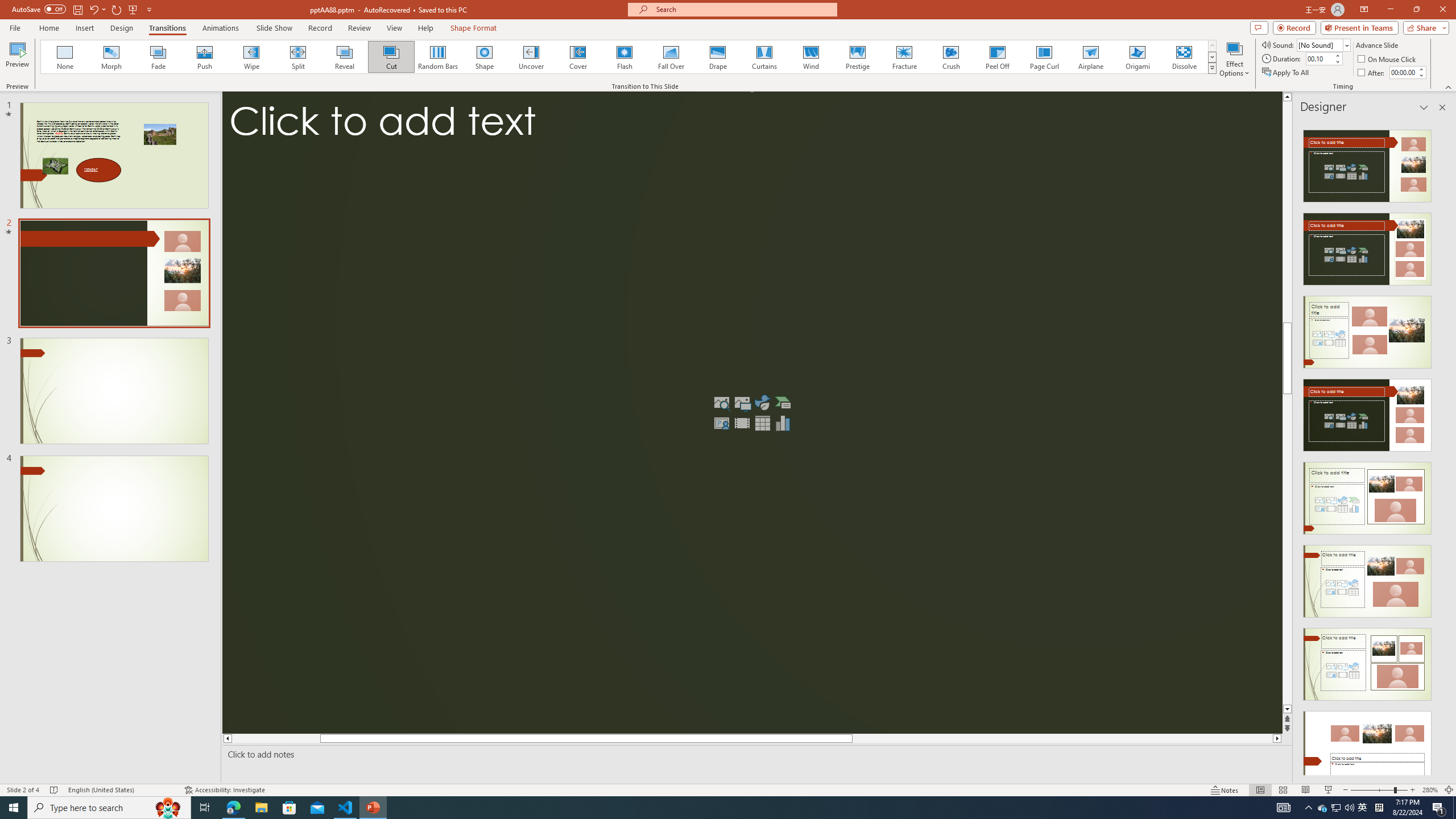 This screenshot has height=819, width=1456. I want to click on 'On Mouse Click', so click(1387, 59).